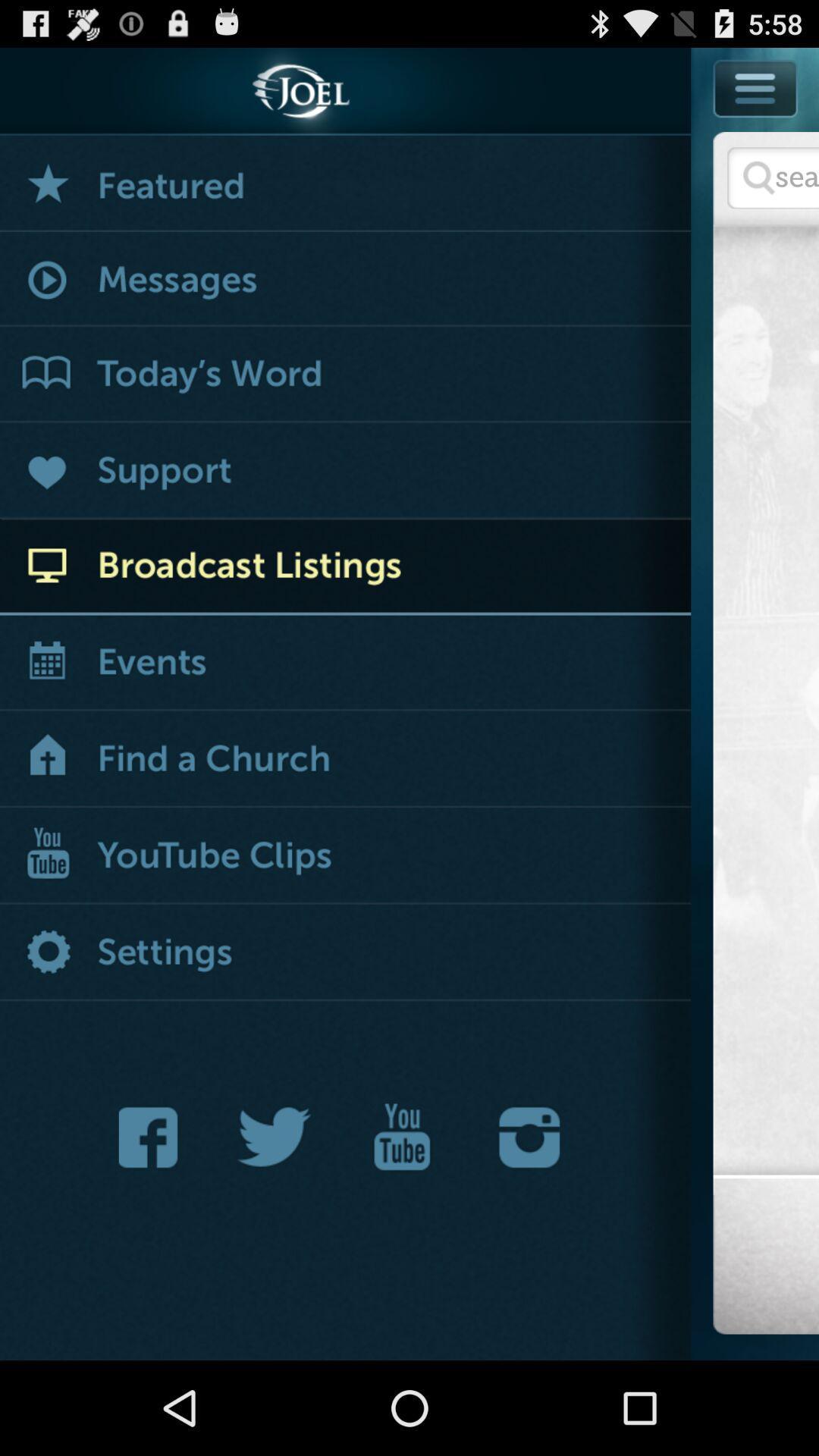  What do you see at coordinates (345, 566) in the screenshot?
I see `broadcast listings` at bounding box center [345, 566].